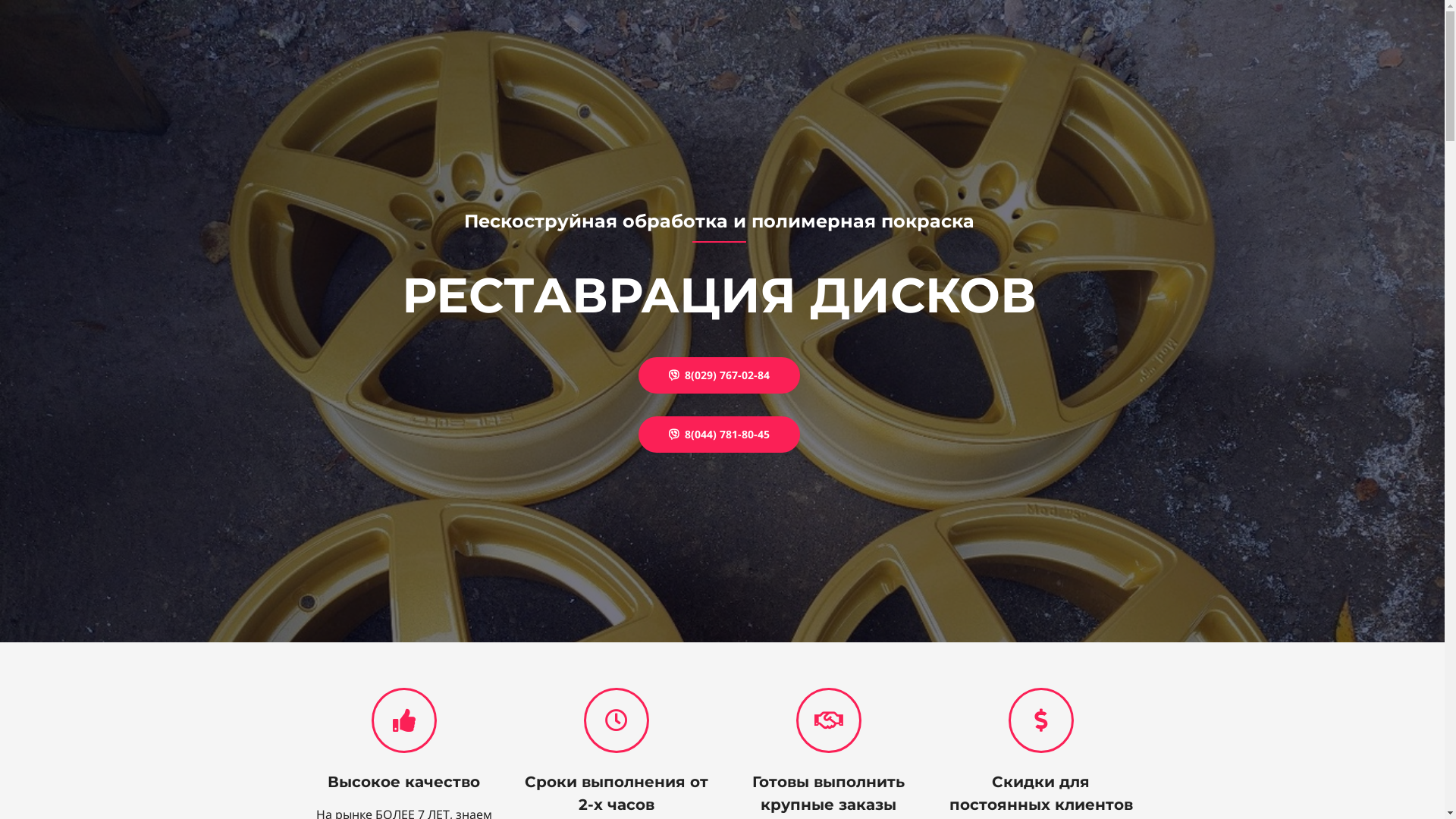 The image size is (1456, 819). Describe the element at coordinates (718, 435) in the screenshot. I see `'8(044) 781-80-45'` at that location.